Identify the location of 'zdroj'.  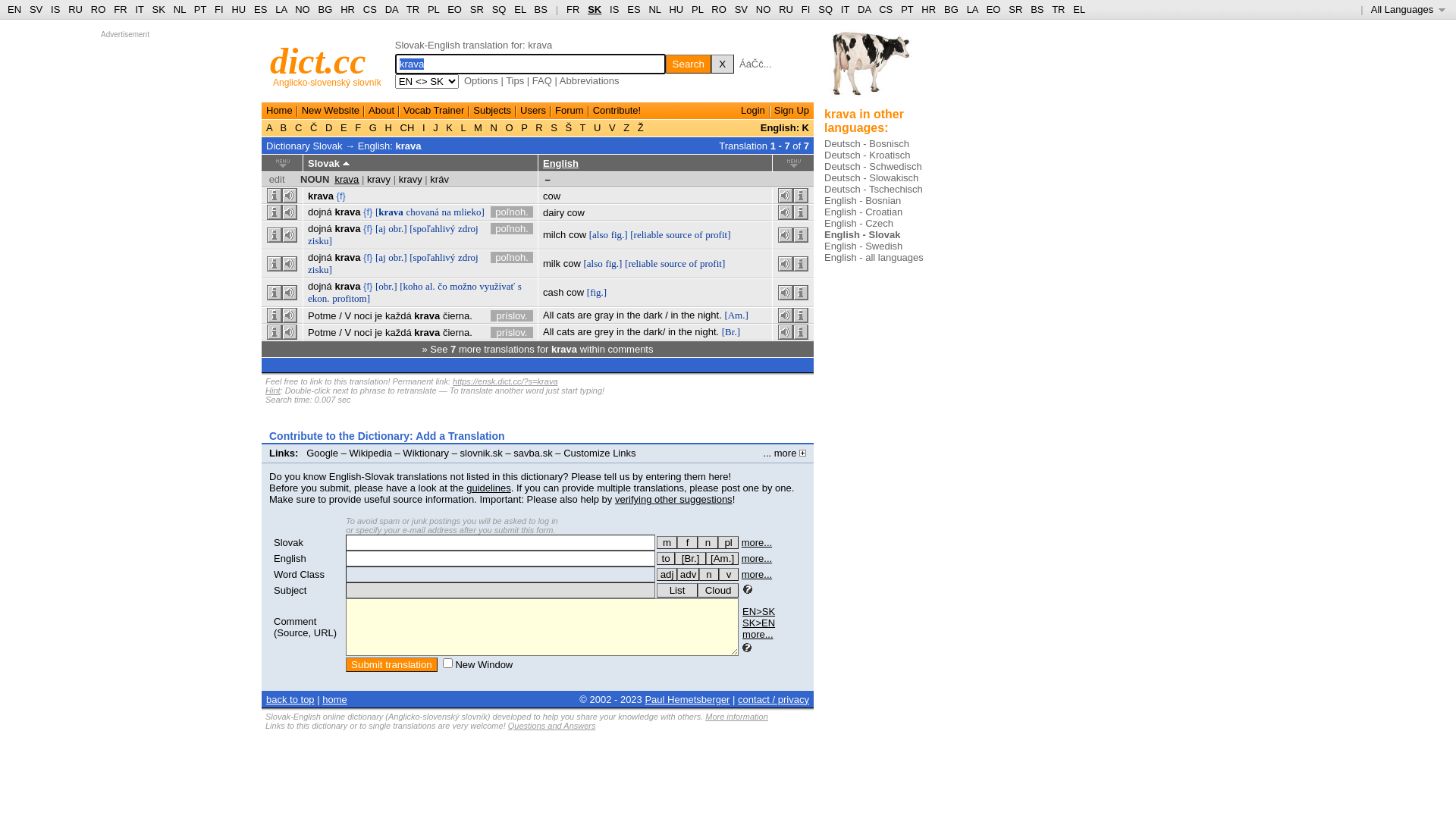
(467, 256).